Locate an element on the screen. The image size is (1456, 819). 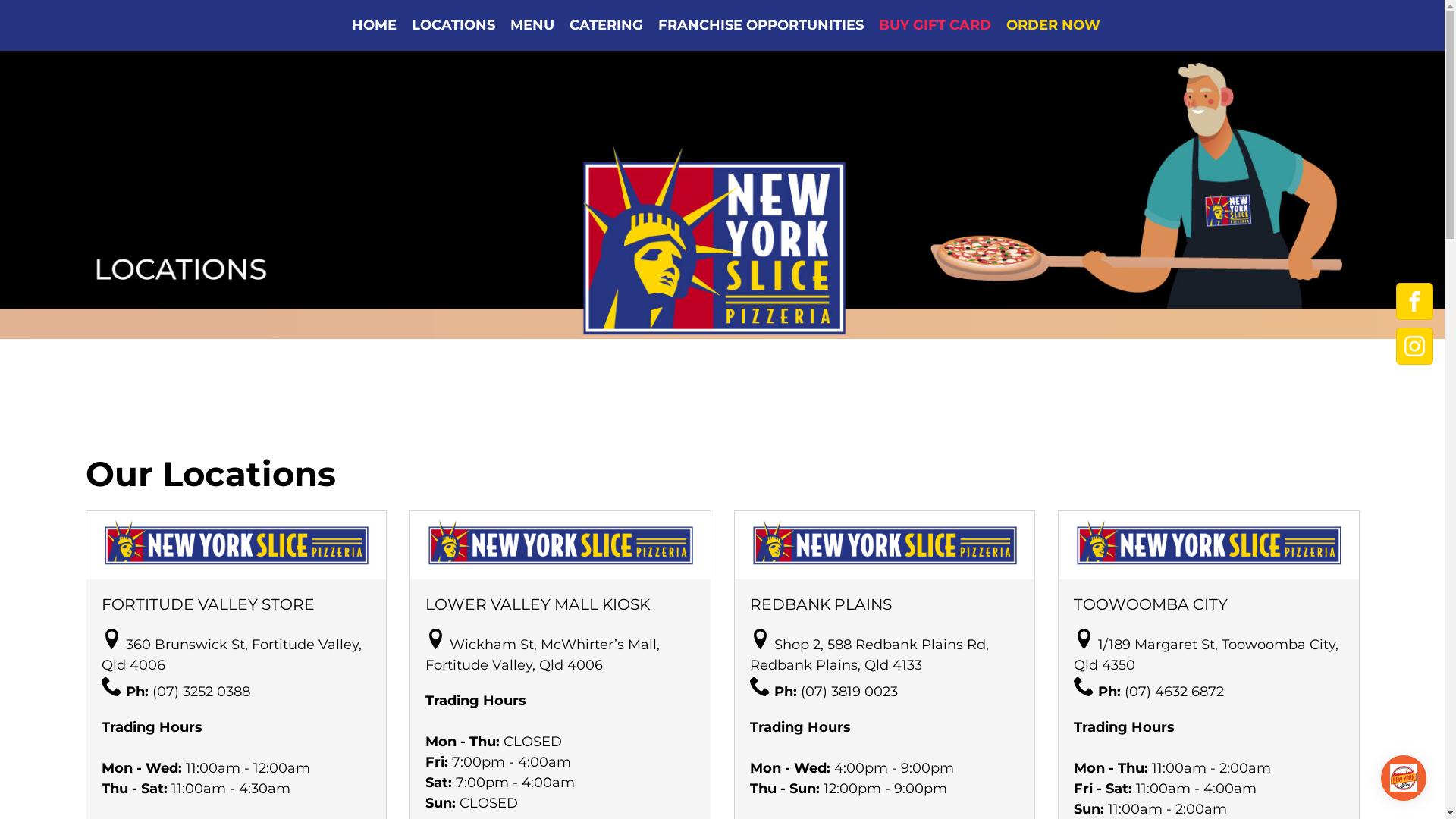
'FRANCHISE OPPORTUNITIES' is located at coordinates (761, 25).